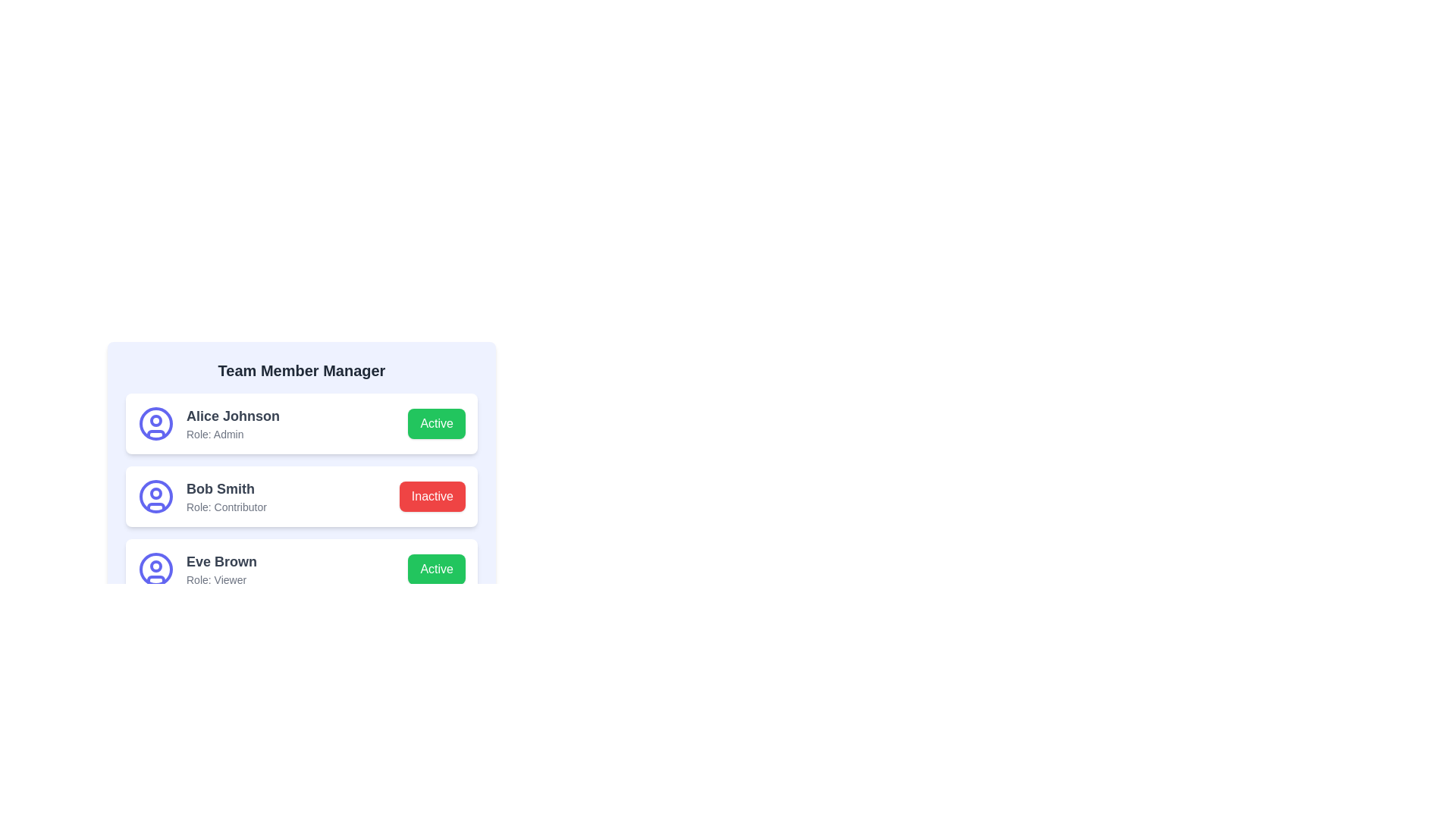 This screenshot has width=1456, height=819. What do you see at coordinates (221, 570) in the screenshot?
I see `the Text Display element that shows user information, specifically the name and role, located in the third row of team members, to the right of the user icon and aligned with the green 'Active' button` at bounding box center [221, 570].